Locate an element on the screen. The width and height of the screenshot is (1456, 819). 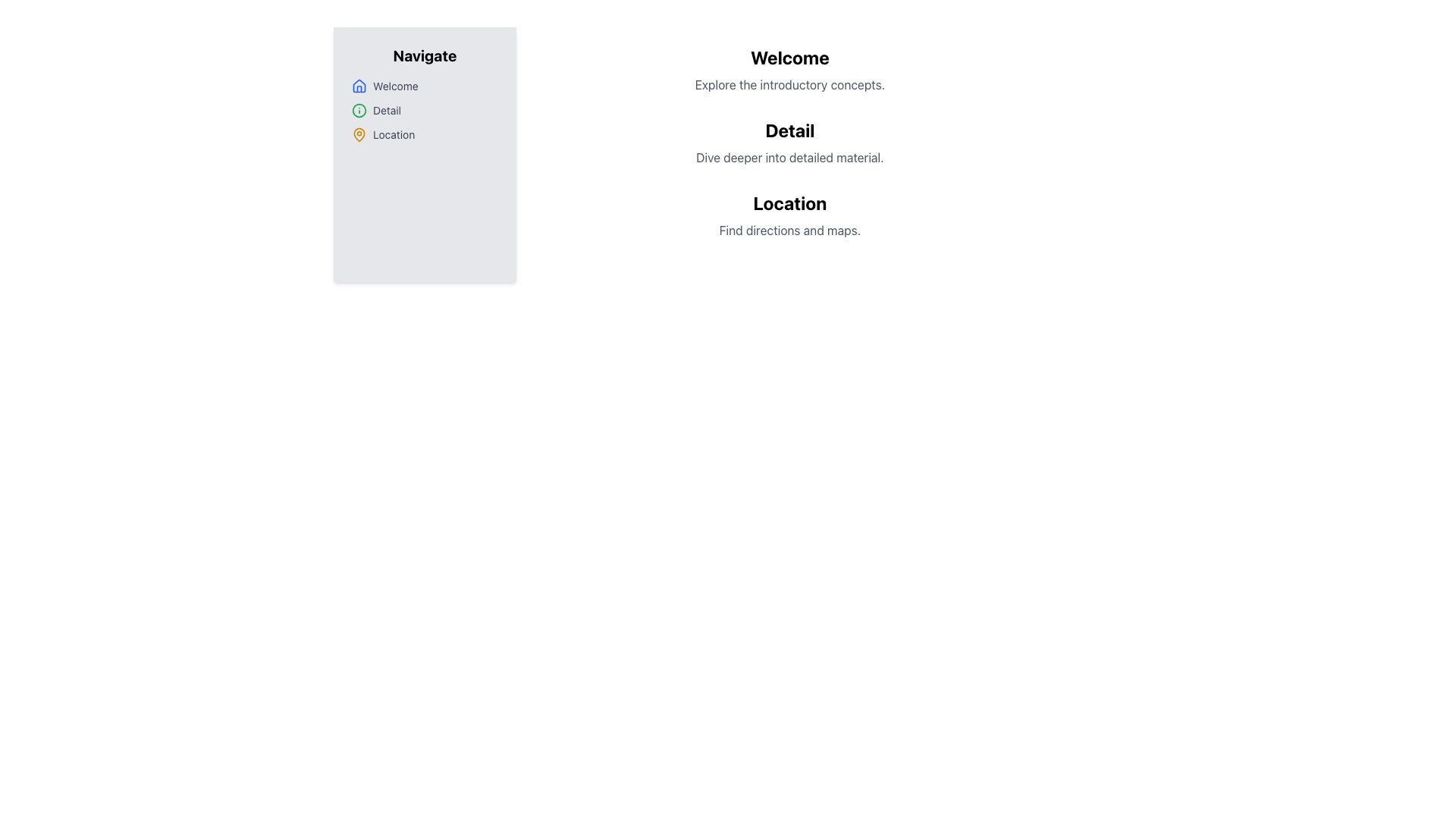
the location icon in the left-side navigation panel, positioned third and adjacent to the 'Location' label is located at coordinates (359, 133).